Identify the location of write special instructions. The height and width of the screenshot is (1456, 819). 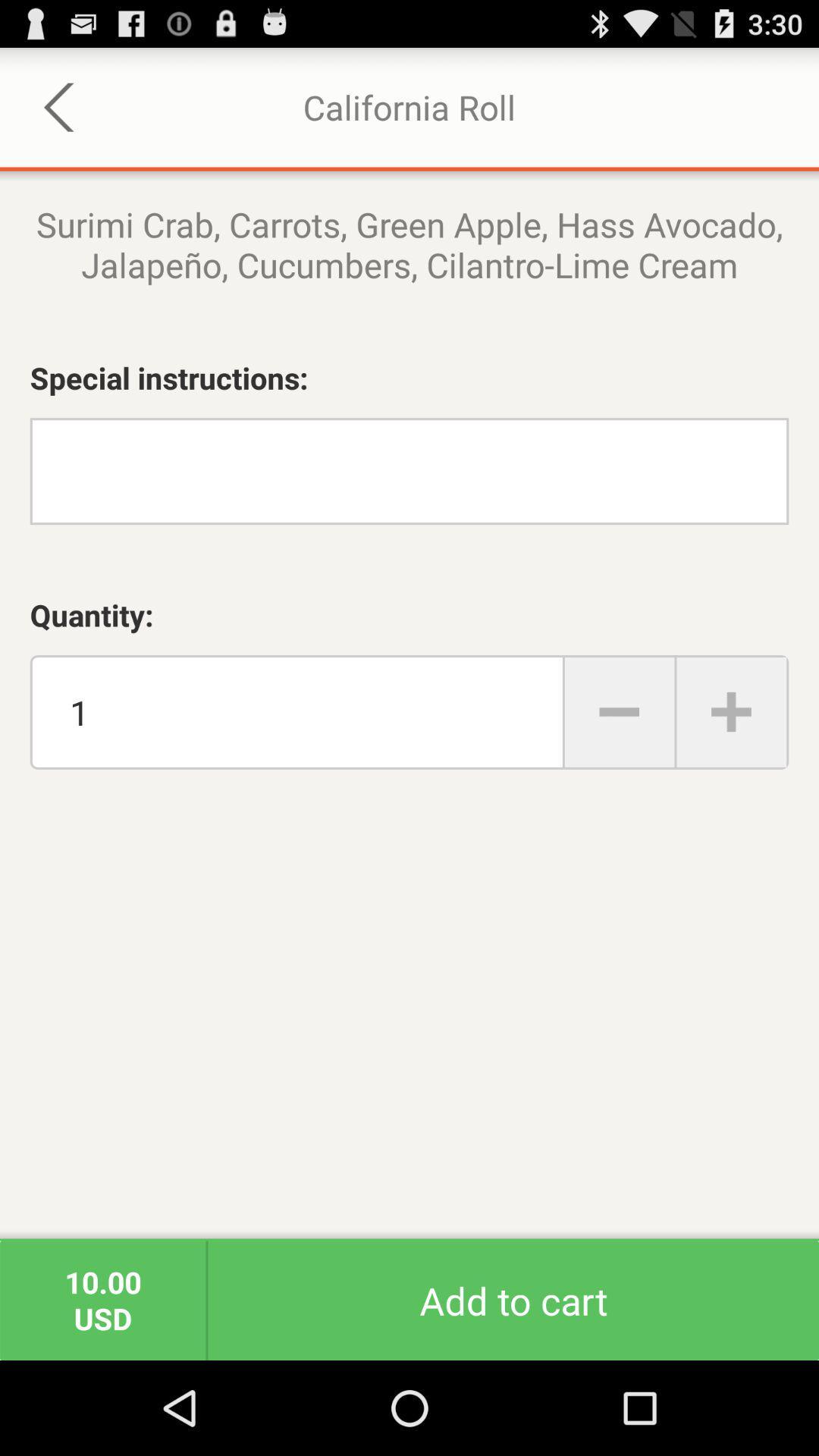
(409, 470).